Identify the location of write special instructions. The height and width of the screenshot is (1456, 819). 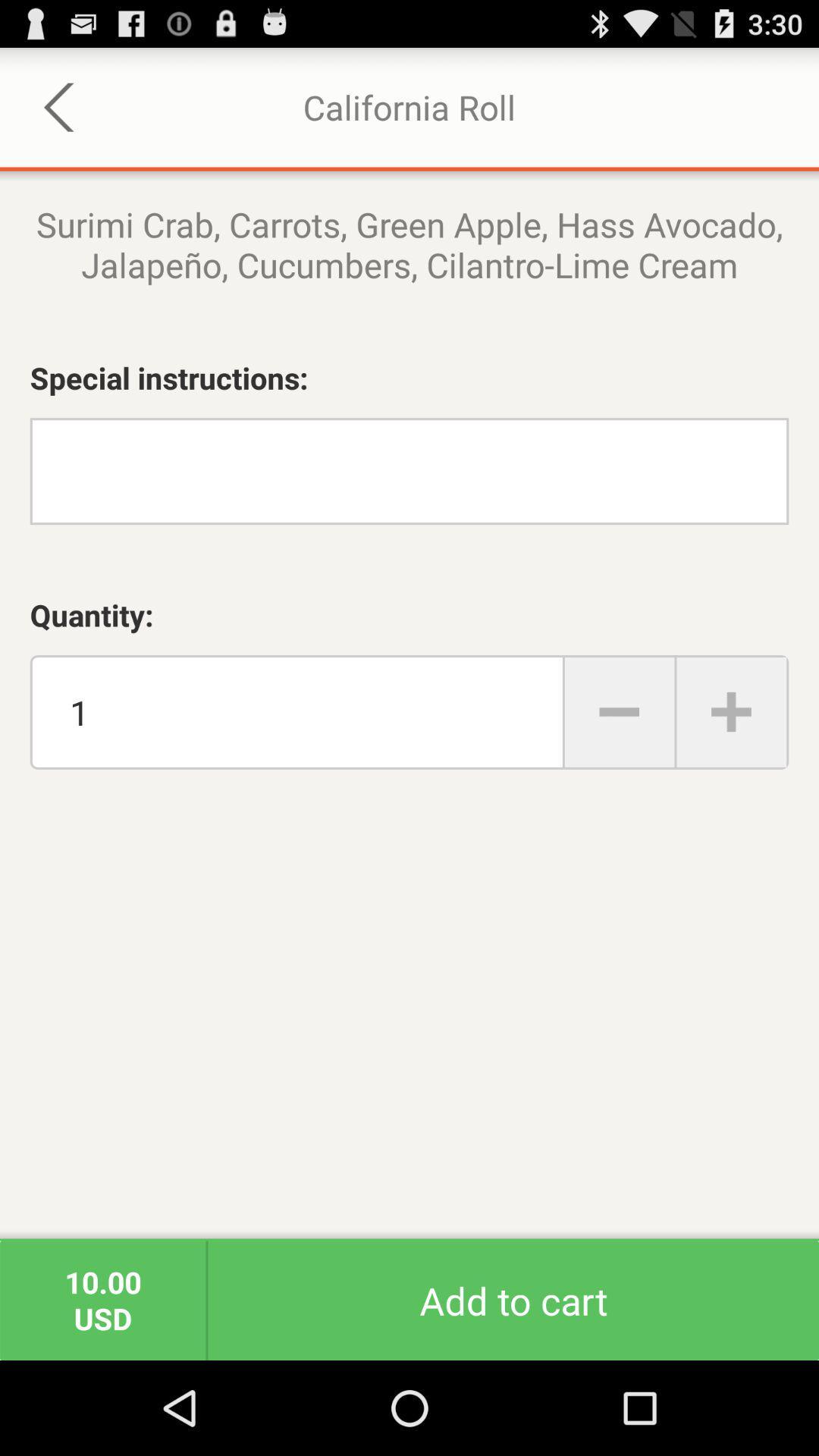
(409, 470).